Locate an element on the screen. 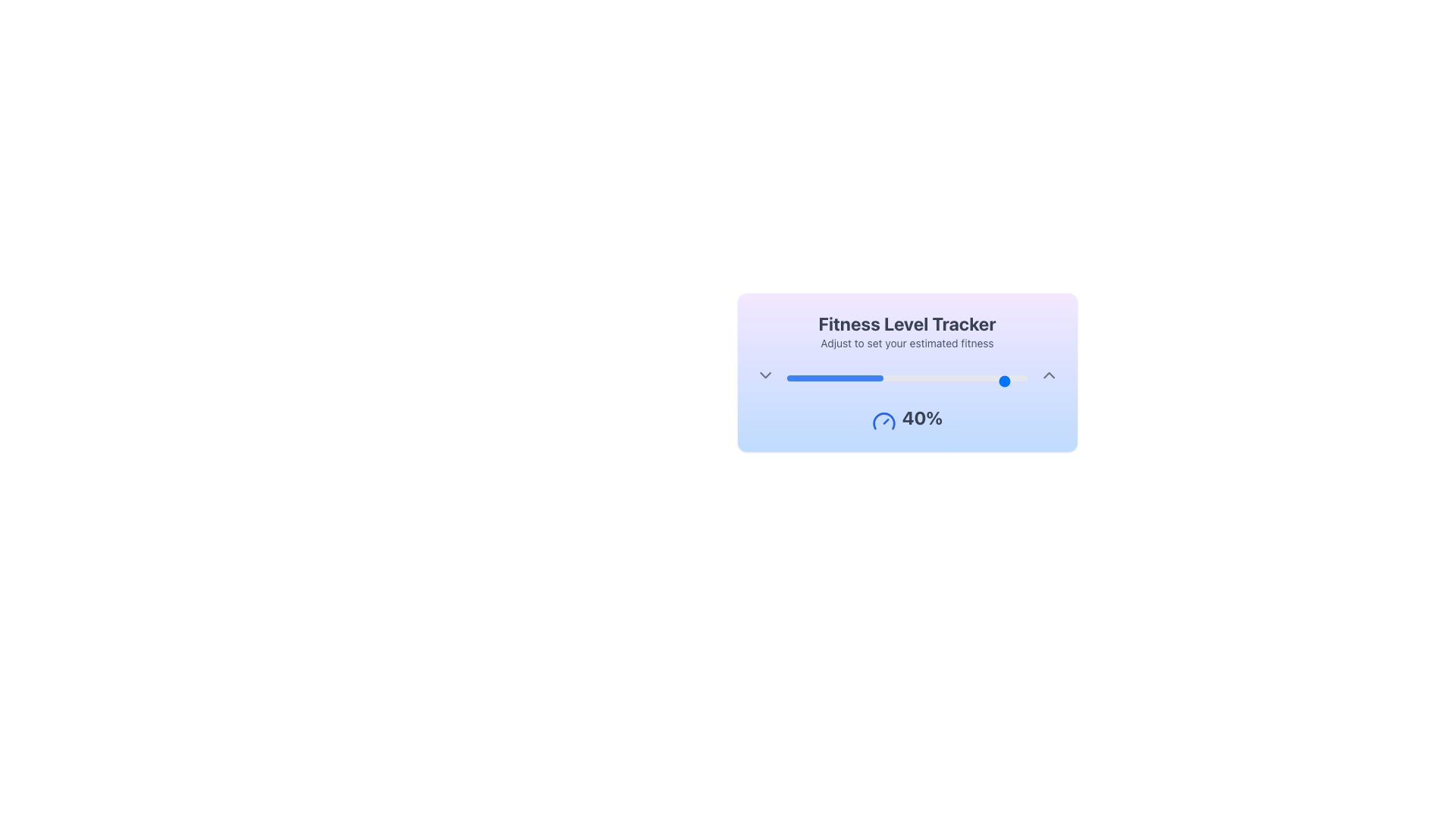  the fitness level is located at coordinates (1008, 377).